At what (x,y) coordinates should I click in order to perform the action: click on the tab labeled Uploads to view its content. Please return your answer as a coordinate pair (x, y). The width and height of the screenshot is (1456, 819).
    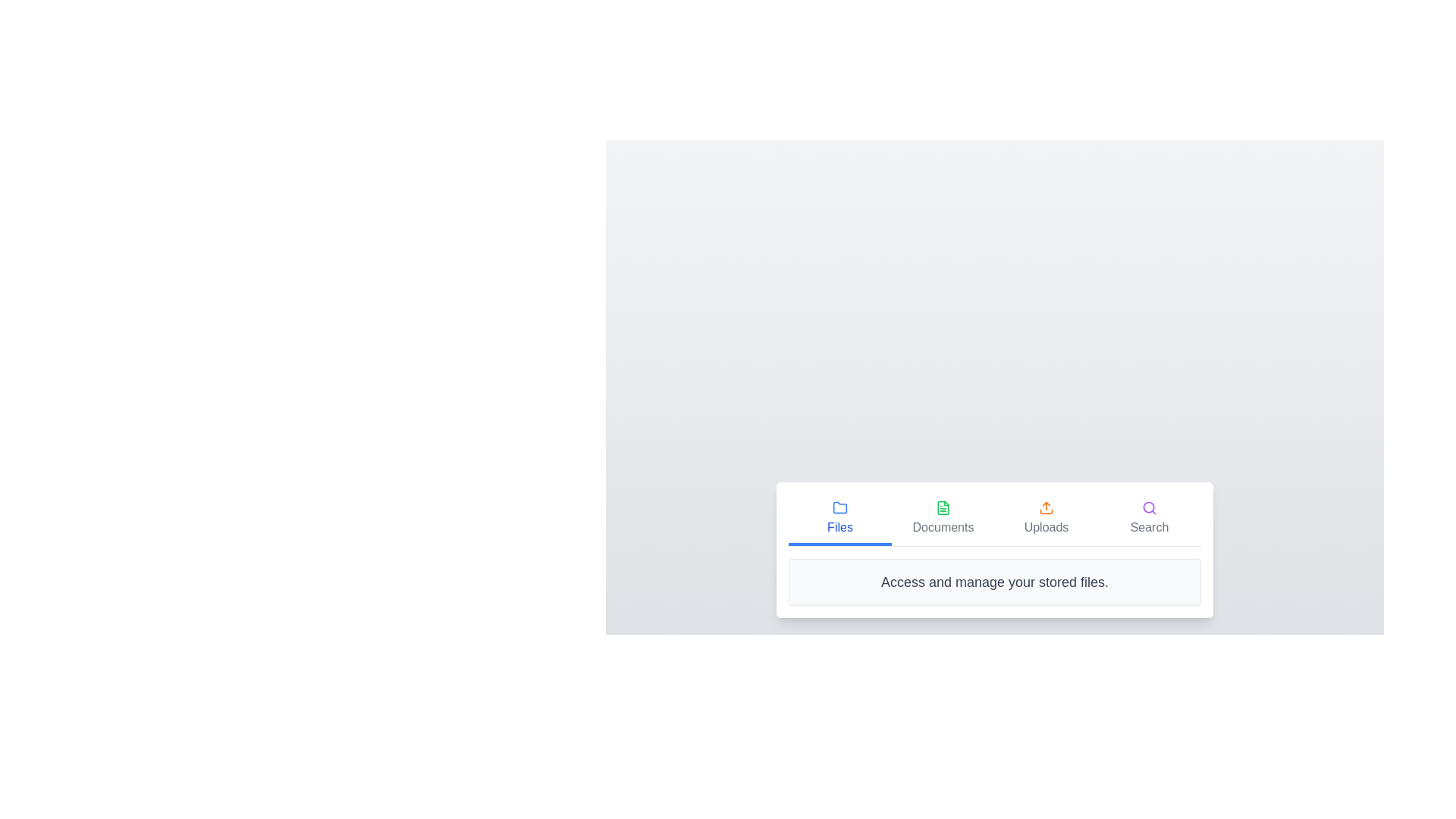
    Looking at the image, I should click on (1046, 519).